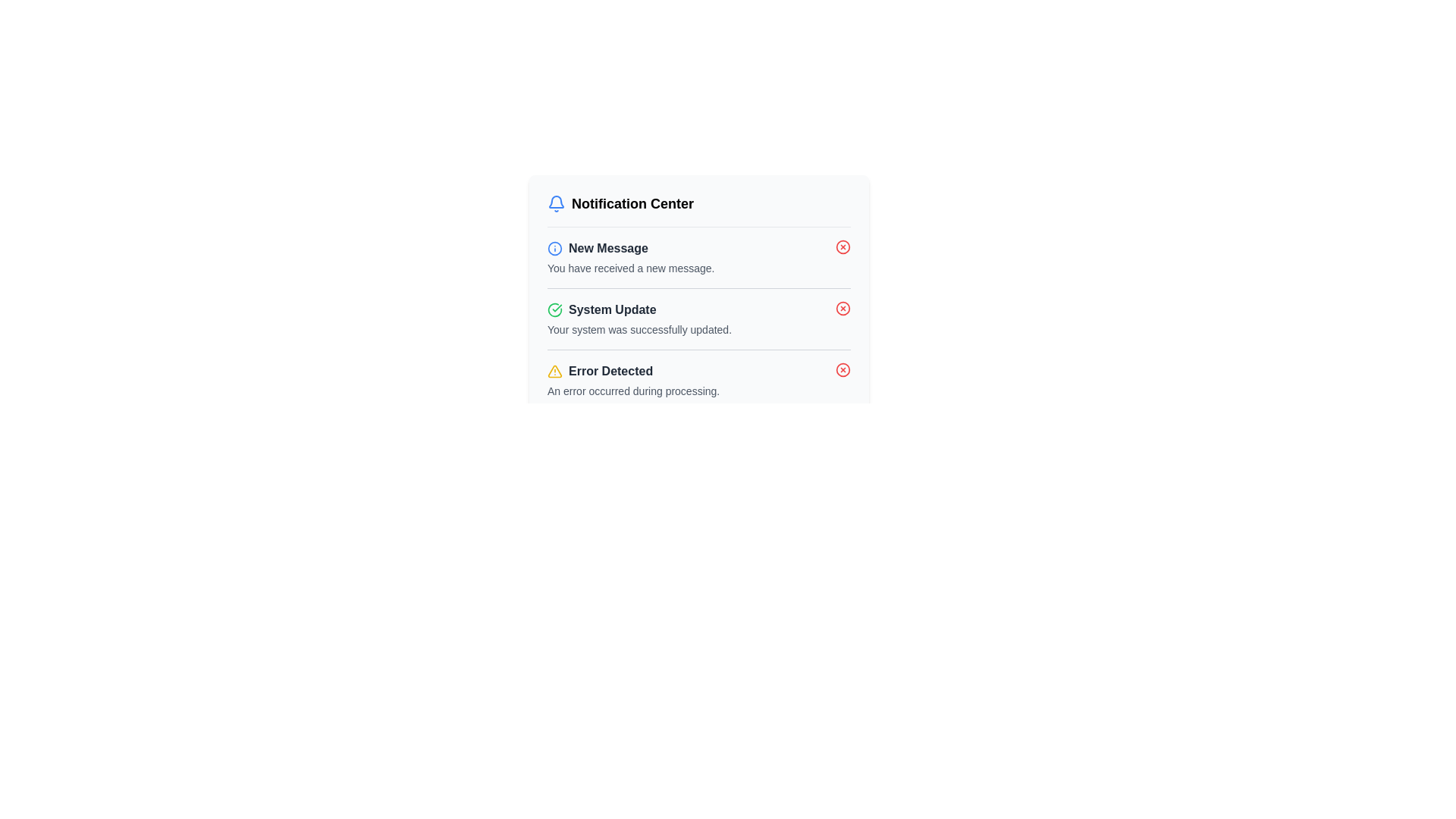 This screenshot has height=819, width=1456. I want to click on the circular cancel button with a red border and cross symbol, so click(843, 246).